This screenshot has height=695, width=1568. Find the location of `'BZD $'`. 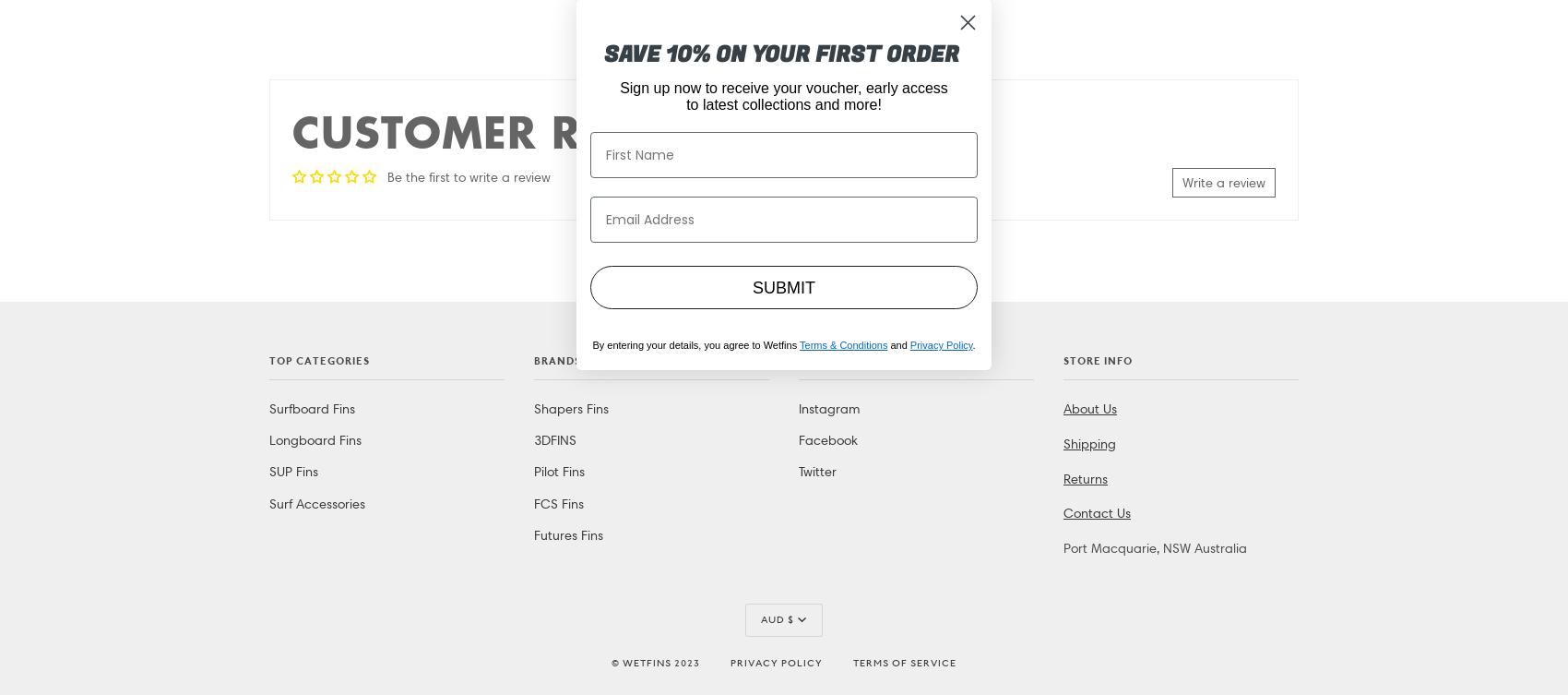

'BZD $' is located at coordinates (775, 33).